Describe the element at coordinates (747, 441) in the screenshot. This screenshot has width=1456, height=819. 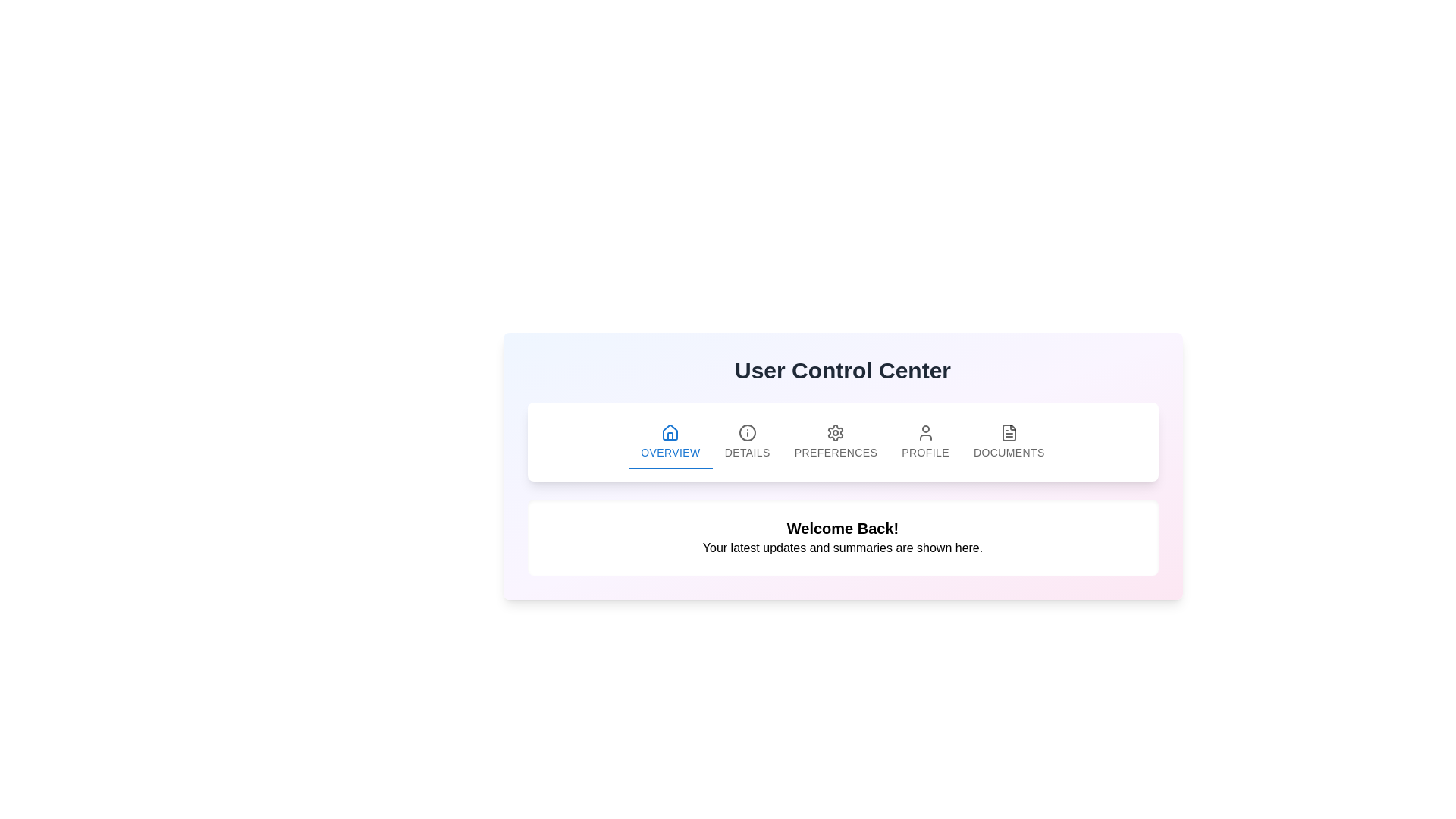
I see `the 'Details' tab, which is styled with a subtle raised appearance and is located between the 'Overview' and 'Preferences' tabs` at that location.